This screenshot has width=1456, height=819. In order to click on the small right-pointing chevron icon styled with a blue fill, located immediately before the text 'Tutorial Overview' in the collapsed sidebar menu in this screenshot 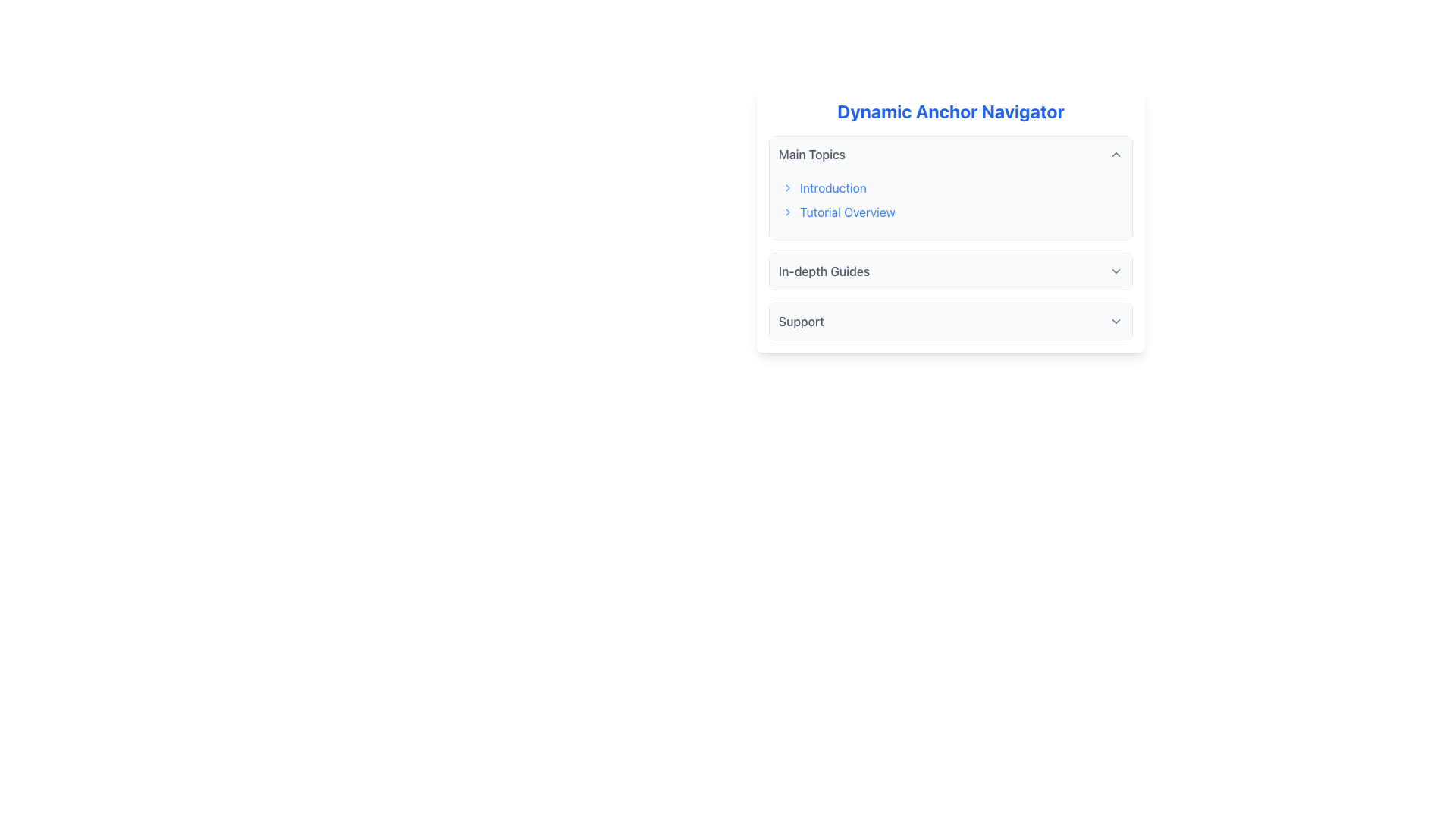, I will do `click(787, 212)`.